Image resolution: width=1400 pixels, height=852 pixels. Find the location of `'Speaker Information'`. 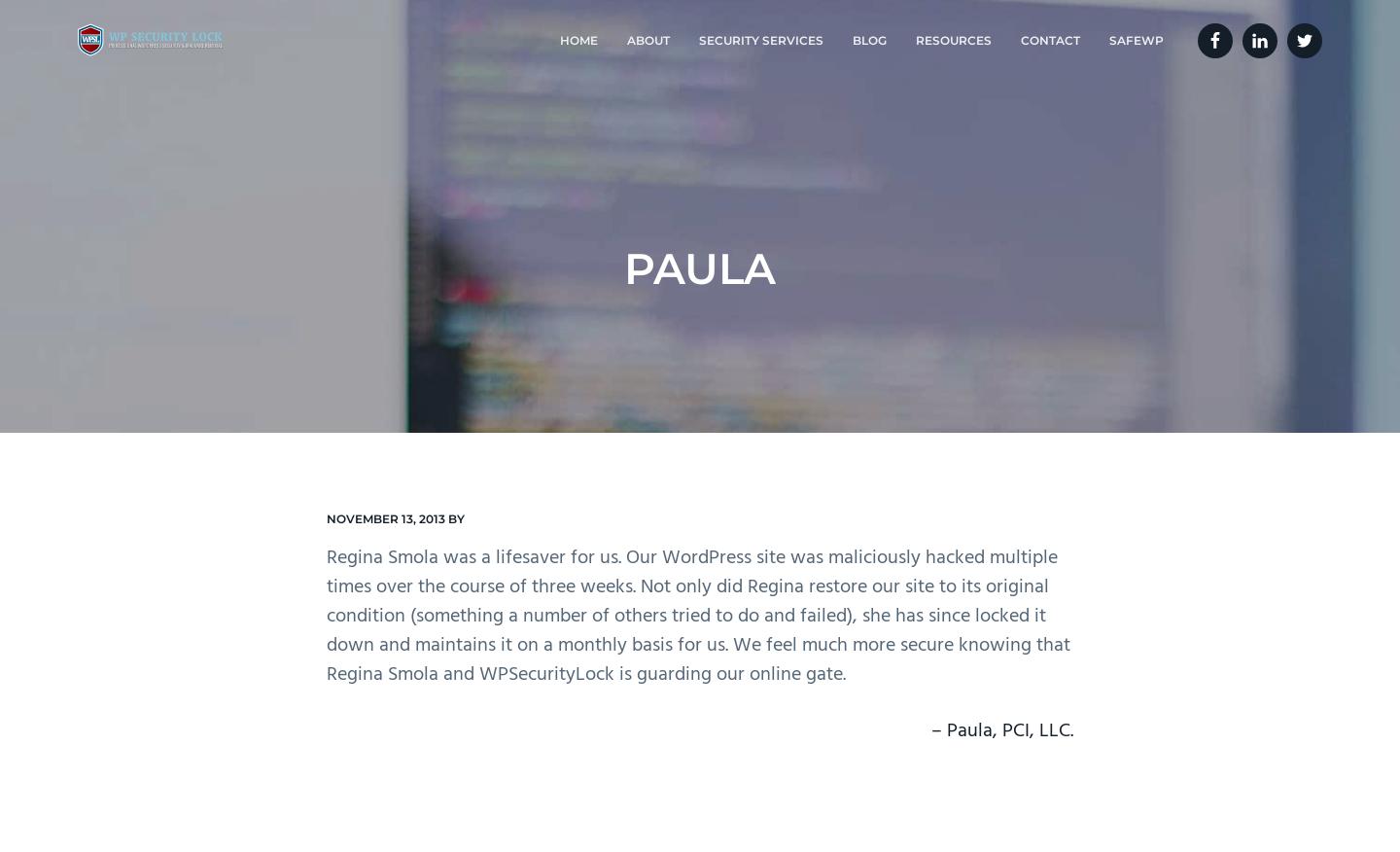

'Speaker Information' is located at coordinates (629, 145).